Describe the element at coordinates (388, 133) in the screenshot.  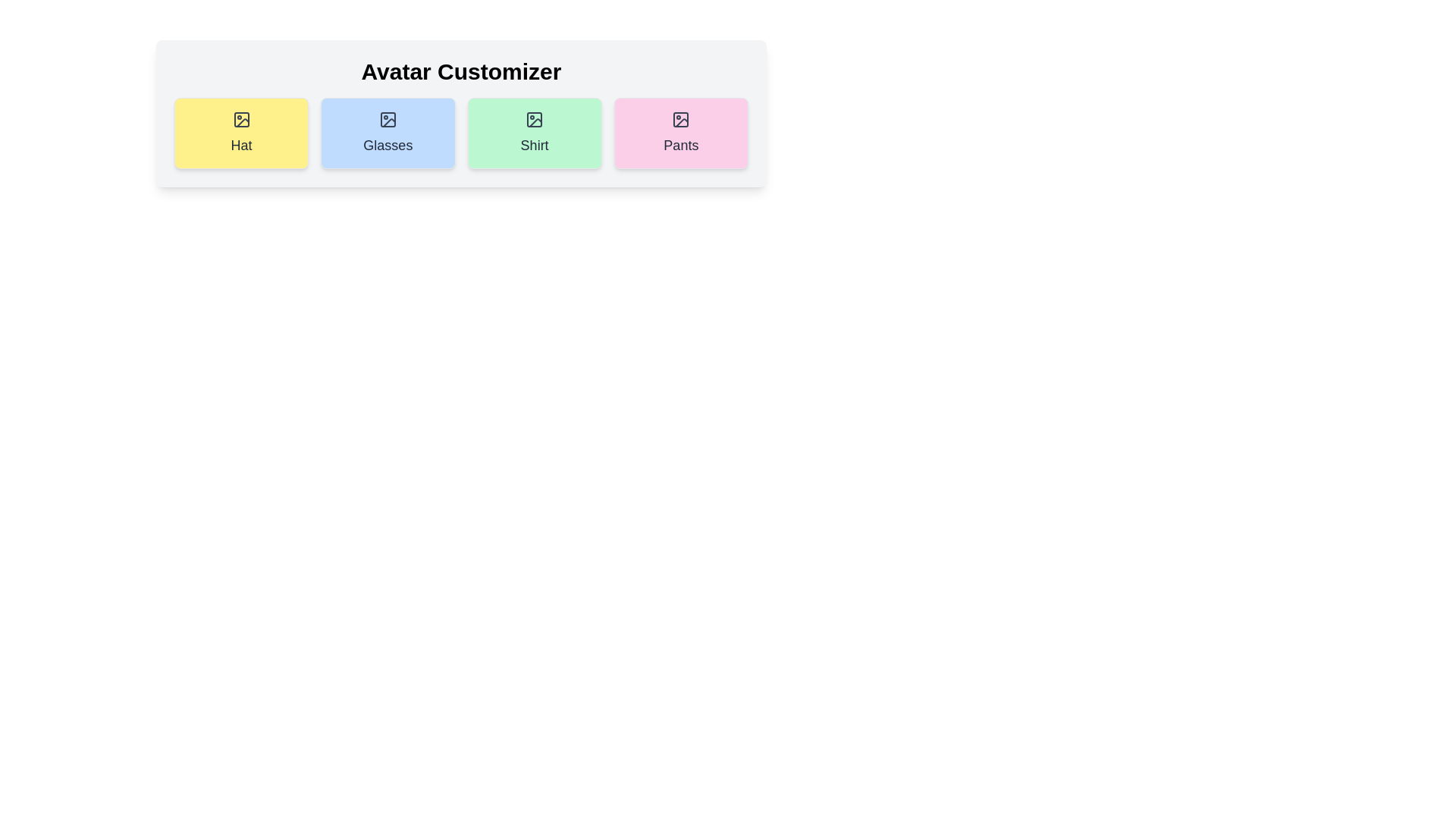
I see `the 'Glasses' selection button located as the second tile from the left` at that location.